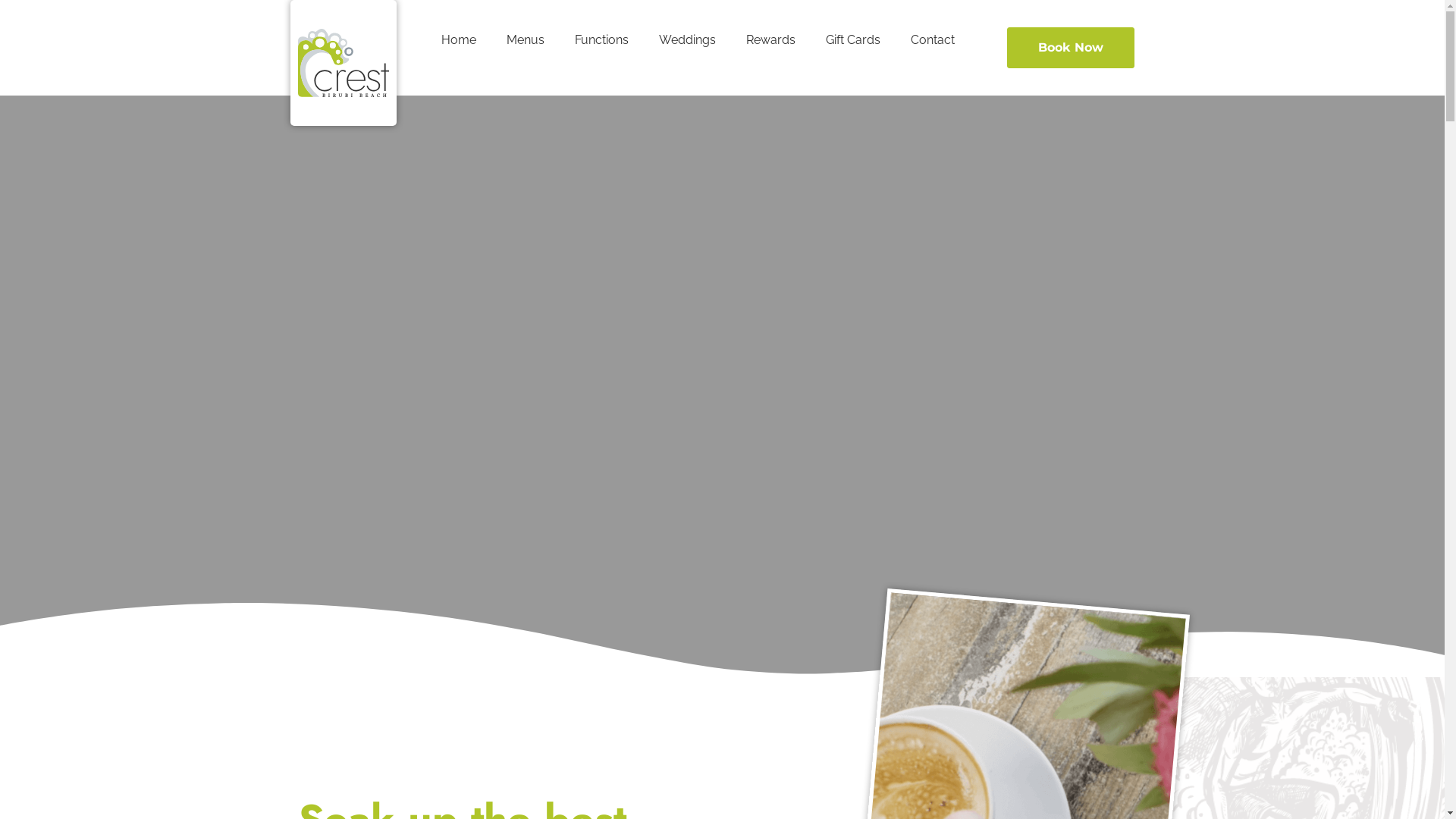 The image size is (1456, 819). I want to click on 'Home', so click(457, 39).